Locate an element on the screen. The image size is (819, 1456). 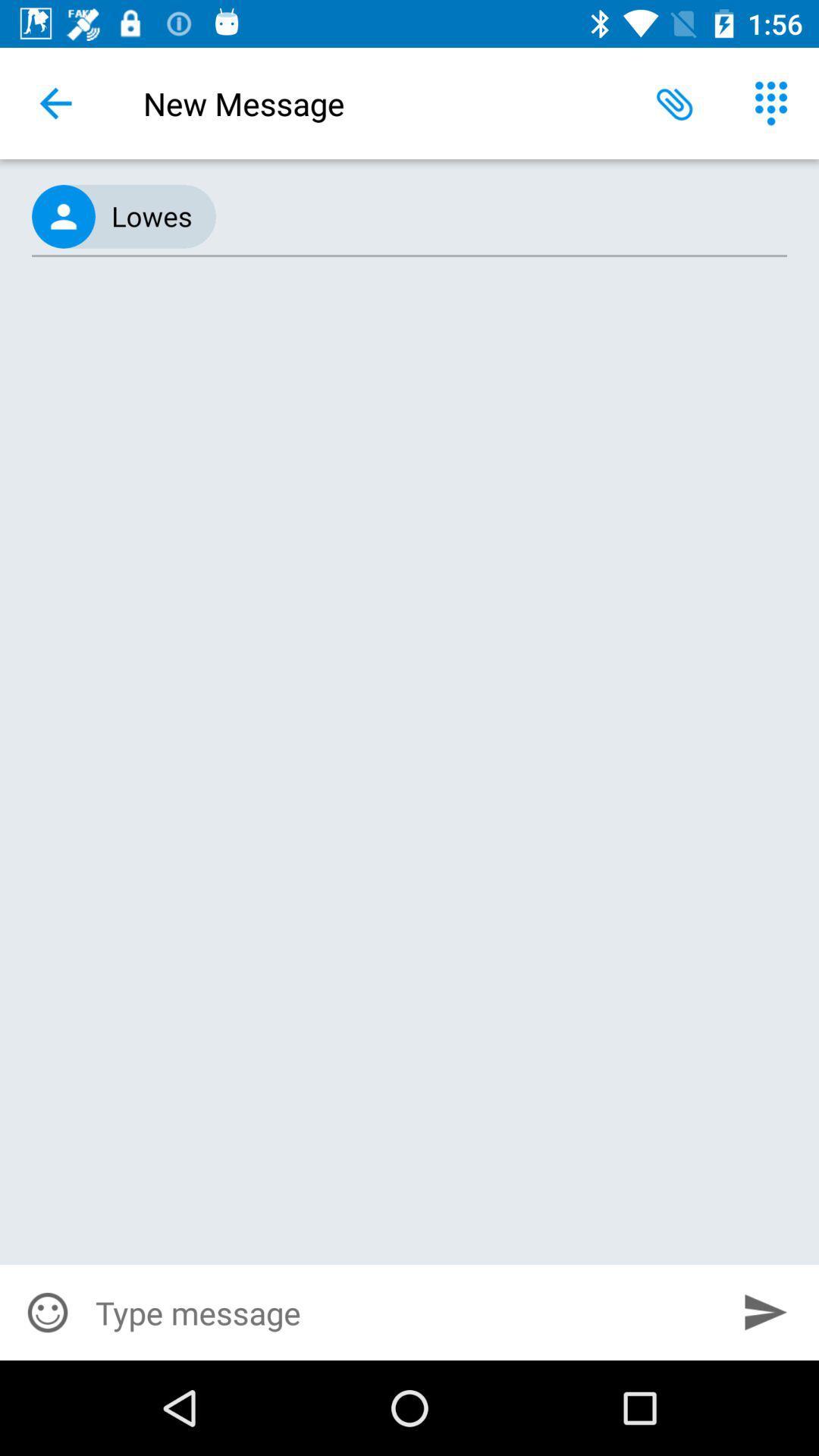
the item to the right of new message item is located at coordinates (675, 102).